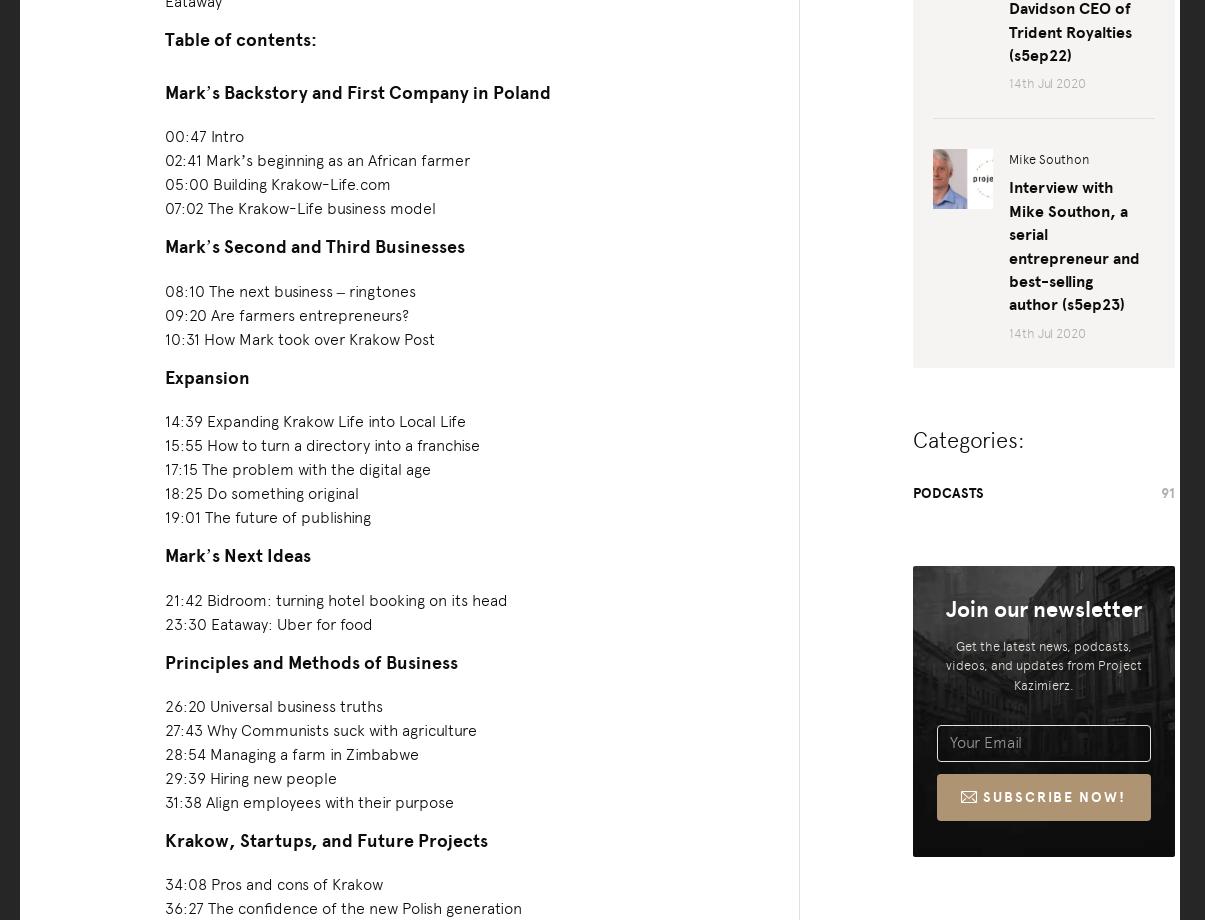 The width and height of the screenshot is (1205, 920). Describe the element at coordinates (307, 801) in the screenshot. I see `'31:38 Align employees with their purpose'` at that location.